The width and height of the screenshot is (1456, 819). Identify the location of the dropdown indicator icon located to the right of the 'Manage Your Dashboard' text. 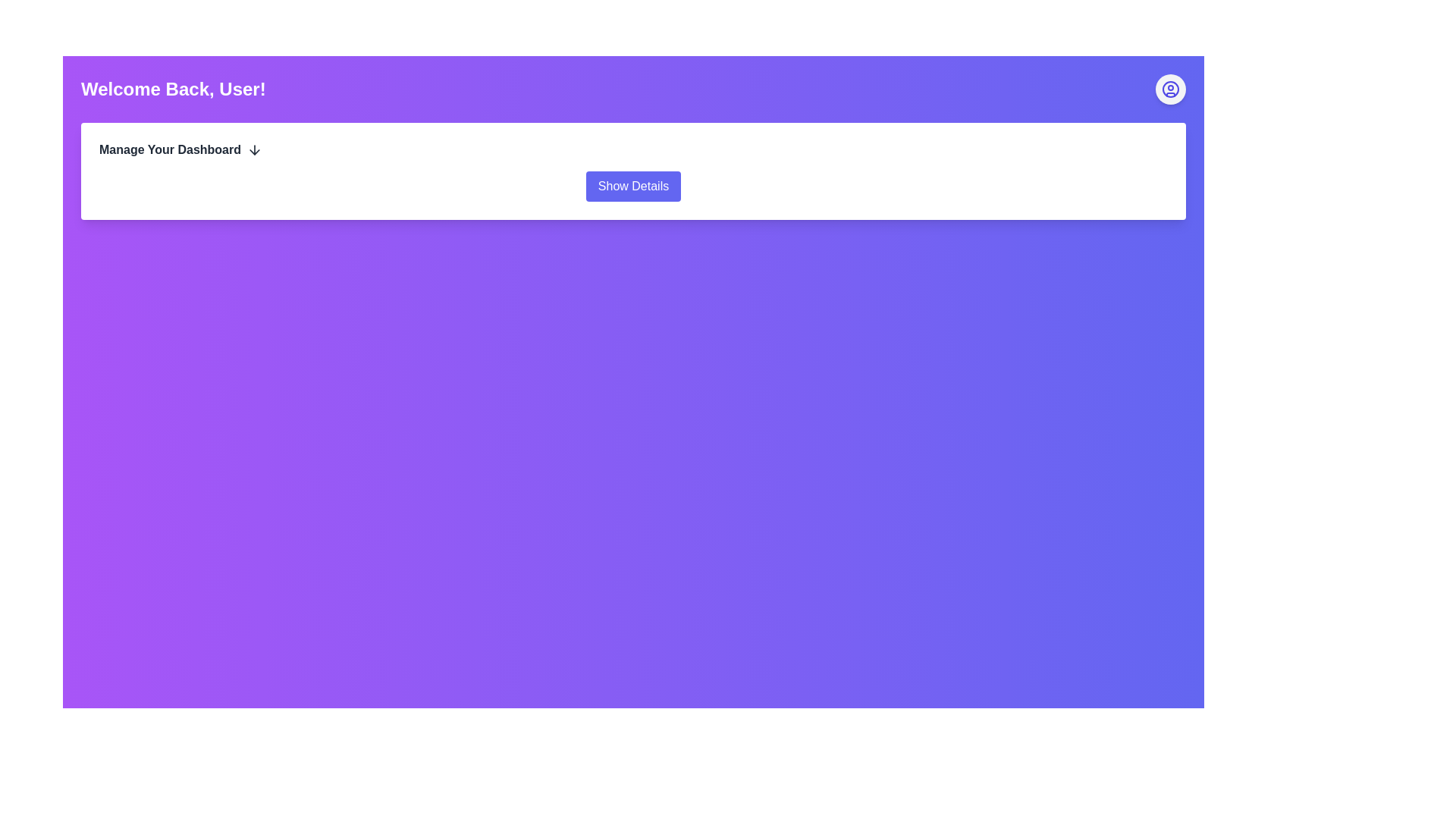
(255, 149).